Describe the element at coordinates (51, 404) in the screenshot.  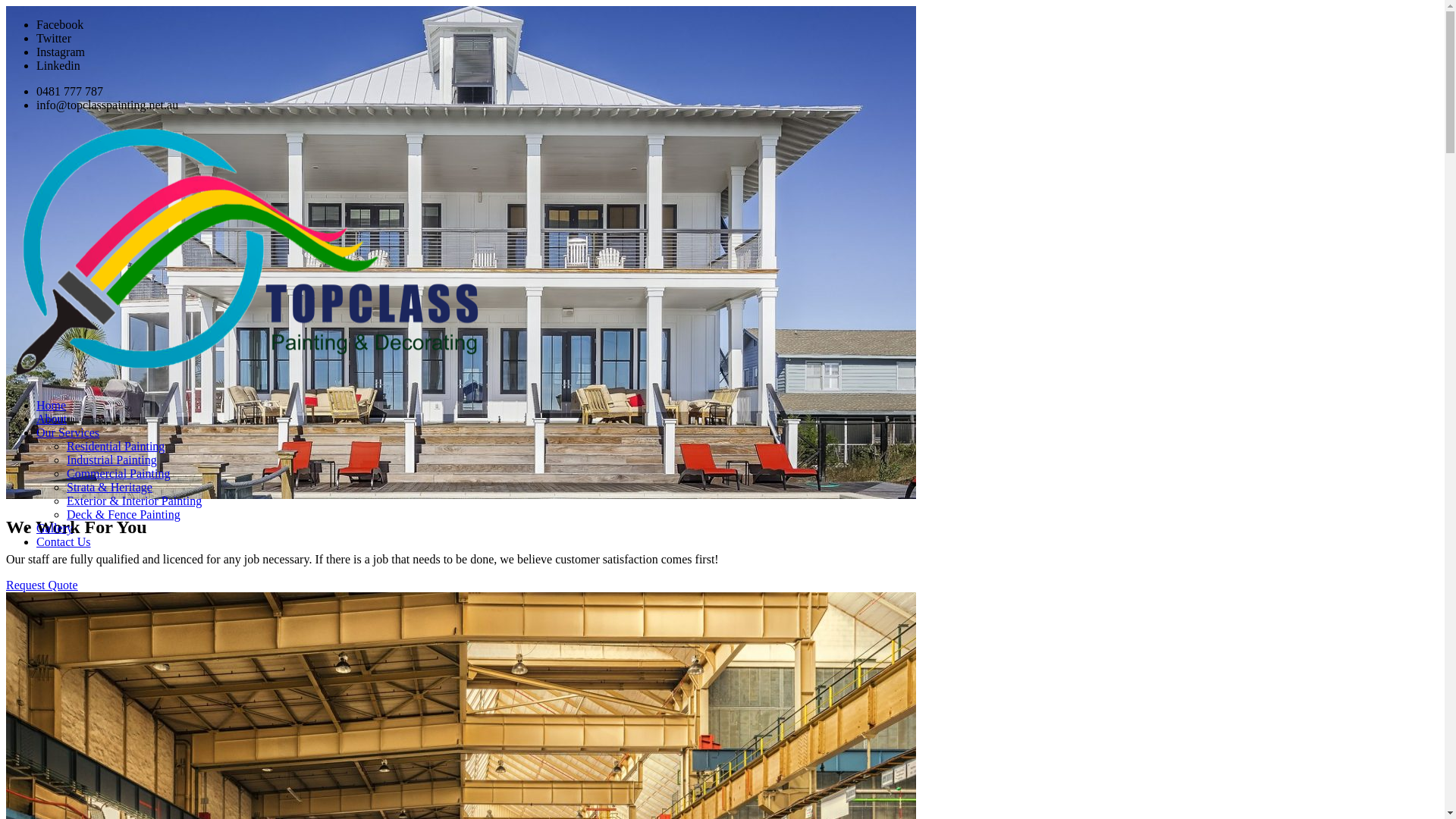
I see `'Home'` at that location.